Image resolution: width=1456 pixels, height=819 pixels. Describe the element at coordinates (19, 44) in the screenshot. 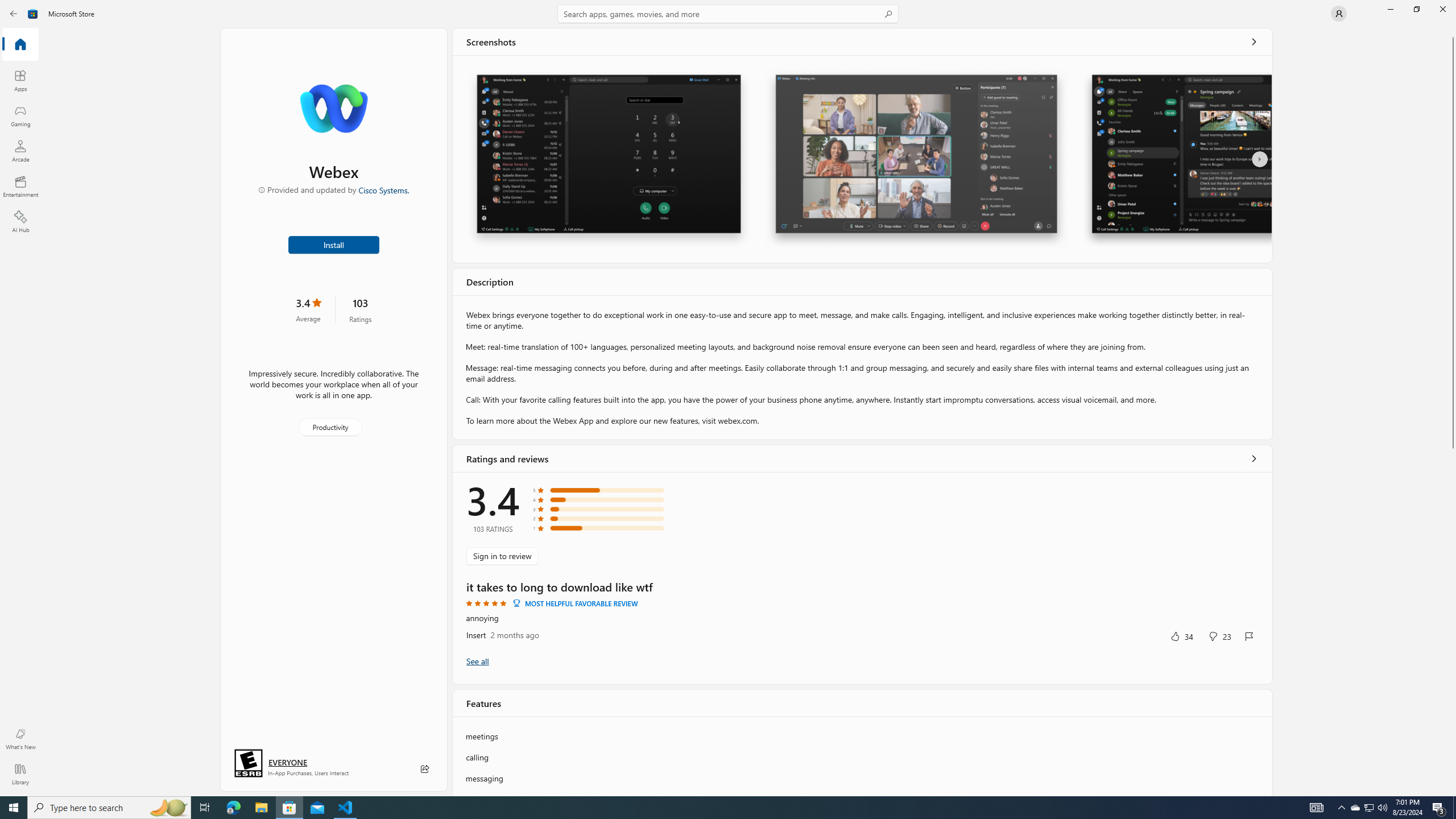

I see `'Home'` at that location.